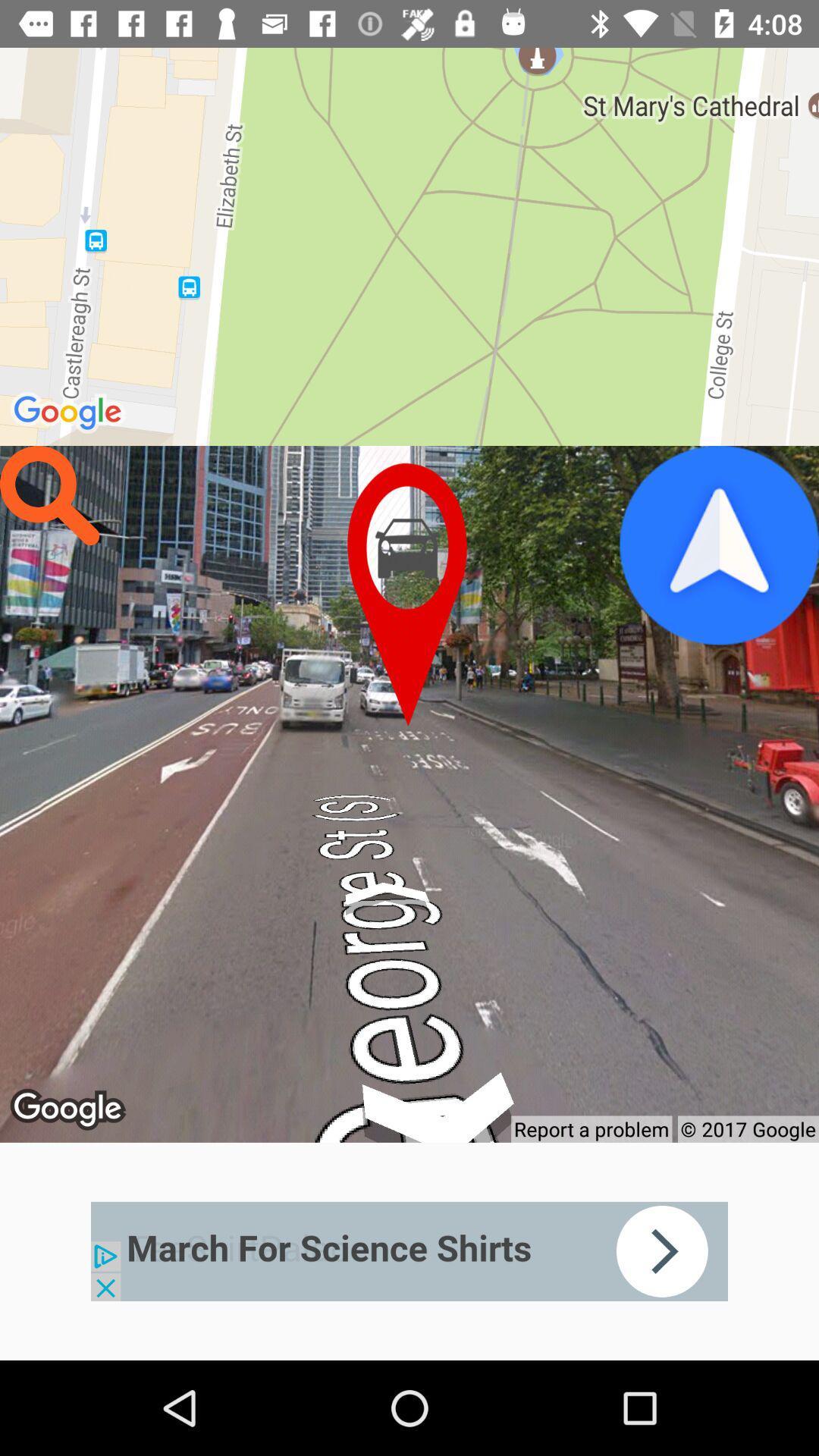 This screenshot has width=819, height=1456. Describe the element at coordinates (409, 594) in the screenshot. I see `location of in simple` at that location.